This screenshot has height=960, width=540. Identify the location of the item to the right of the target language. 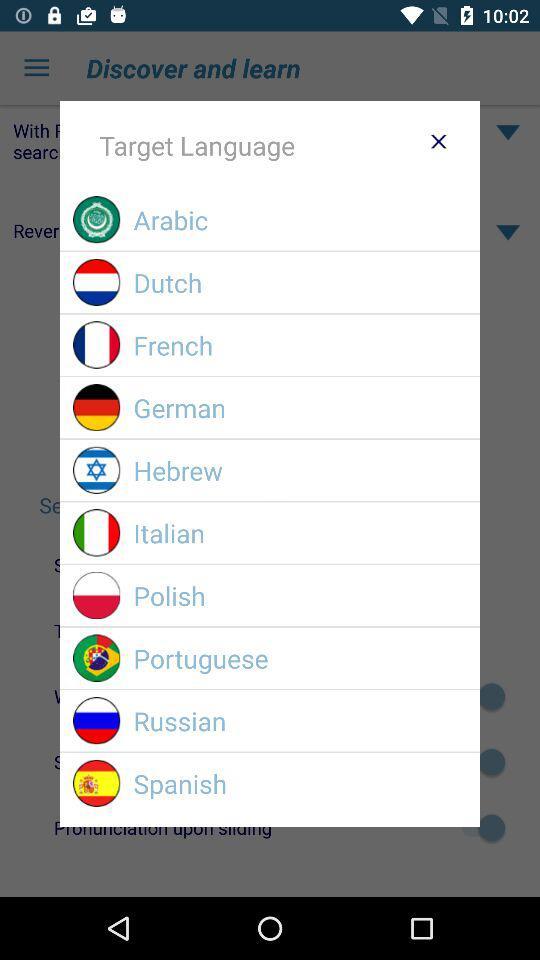
(437, 140).